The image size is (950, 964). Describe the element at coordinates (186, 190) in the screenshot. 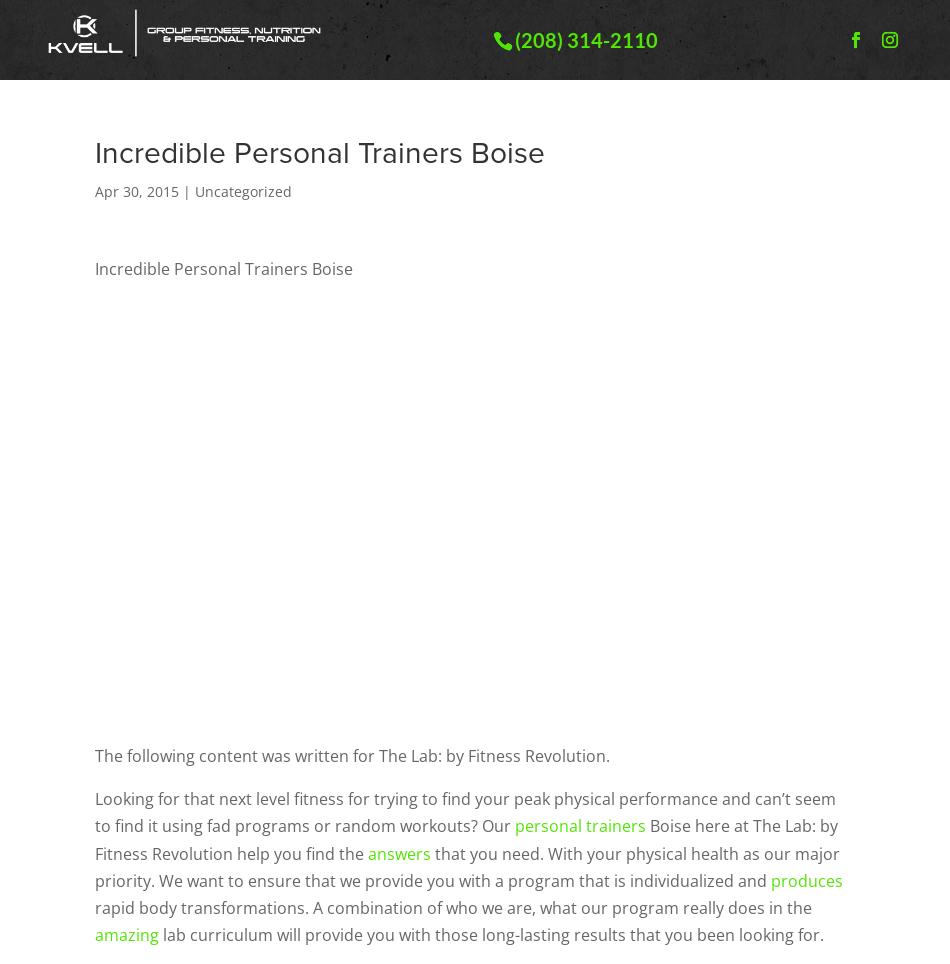

I see `'|'` at that location.